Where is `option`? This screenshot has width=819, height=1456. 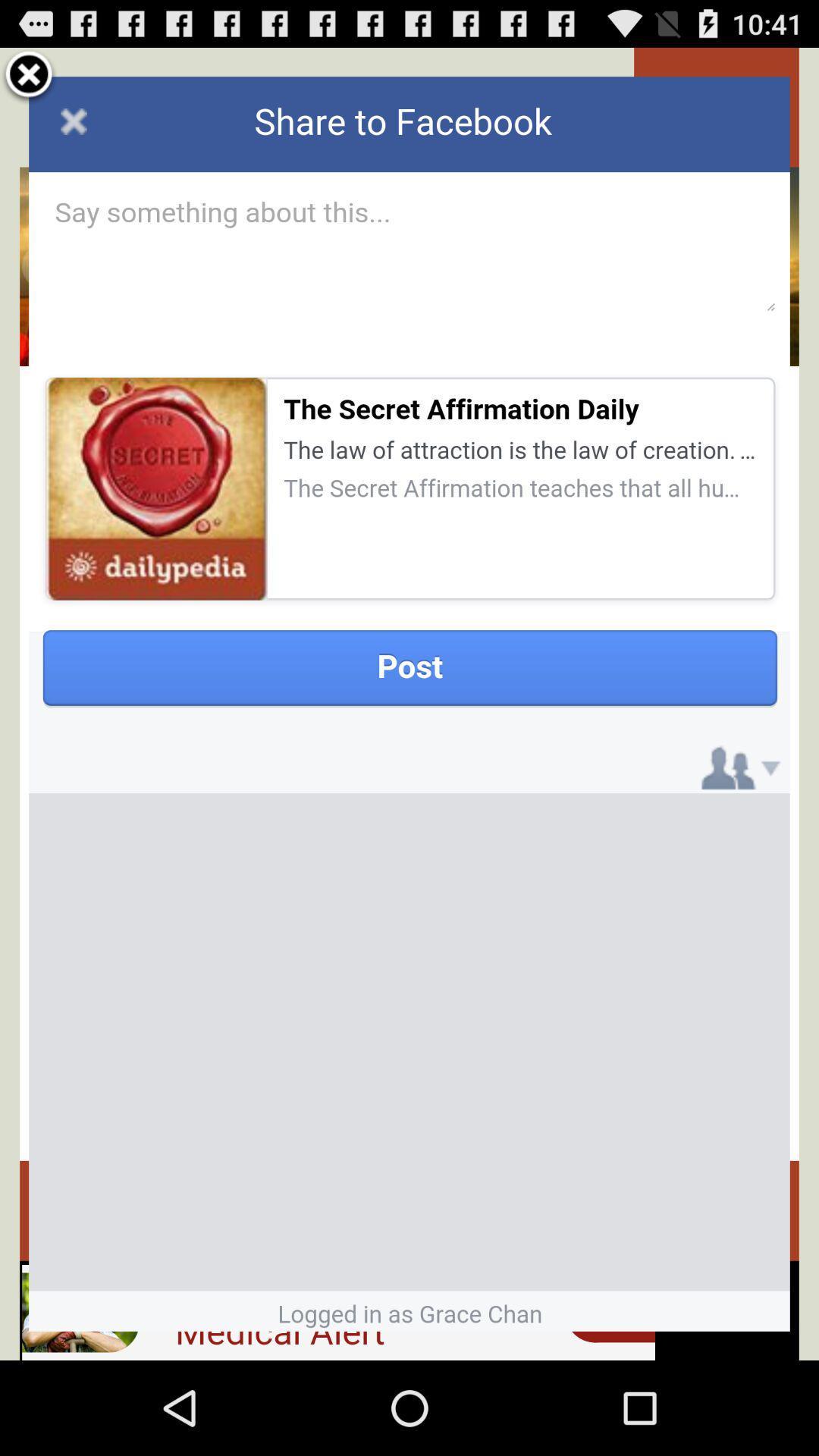
option is located at coordinates (29, 76).